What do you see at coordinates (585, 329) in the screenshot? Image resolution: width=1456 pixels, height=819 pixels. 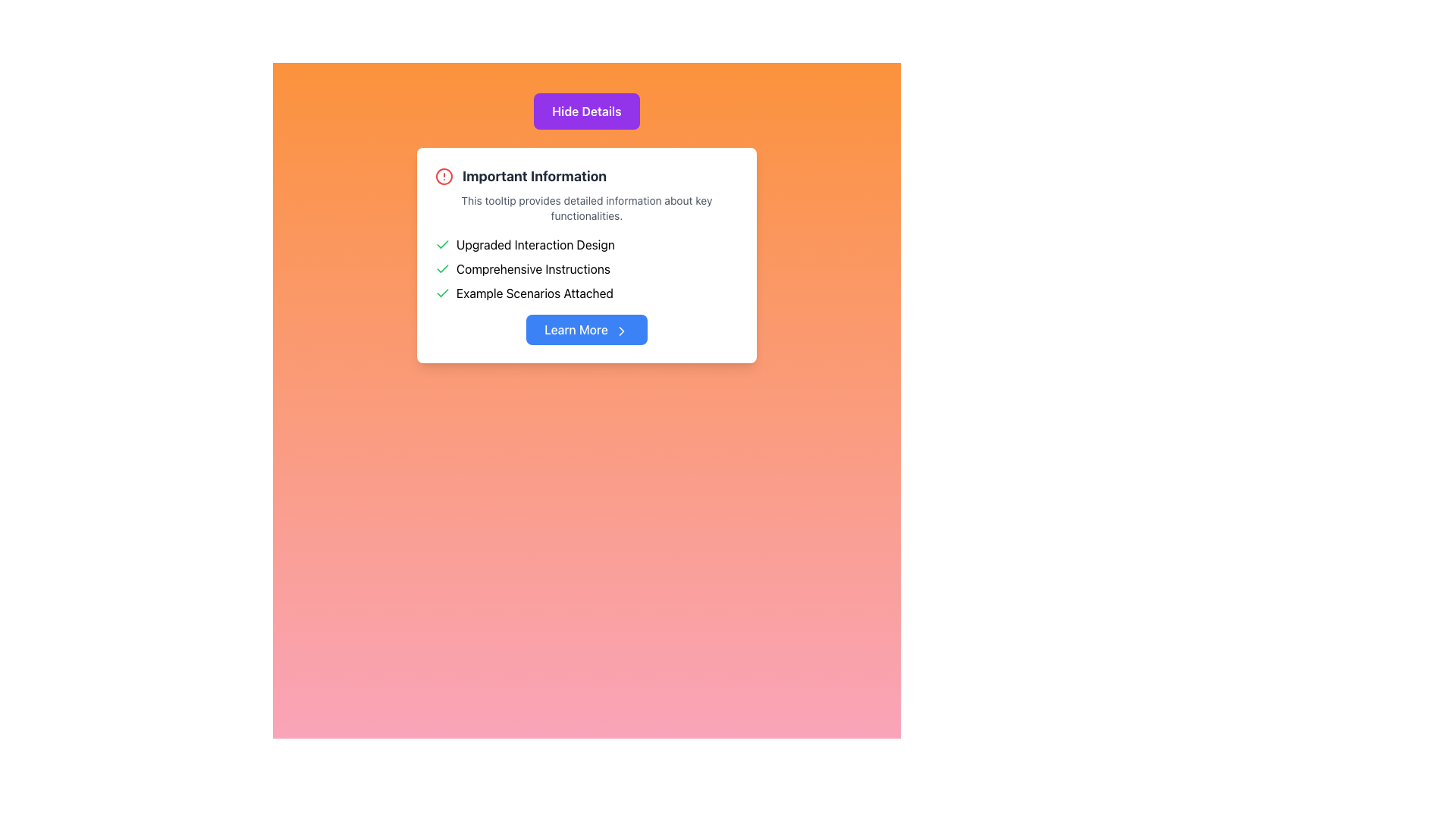 I see `the rectangular button with a blue background and the text 'Learn More'` at bounding box center [585, 329].